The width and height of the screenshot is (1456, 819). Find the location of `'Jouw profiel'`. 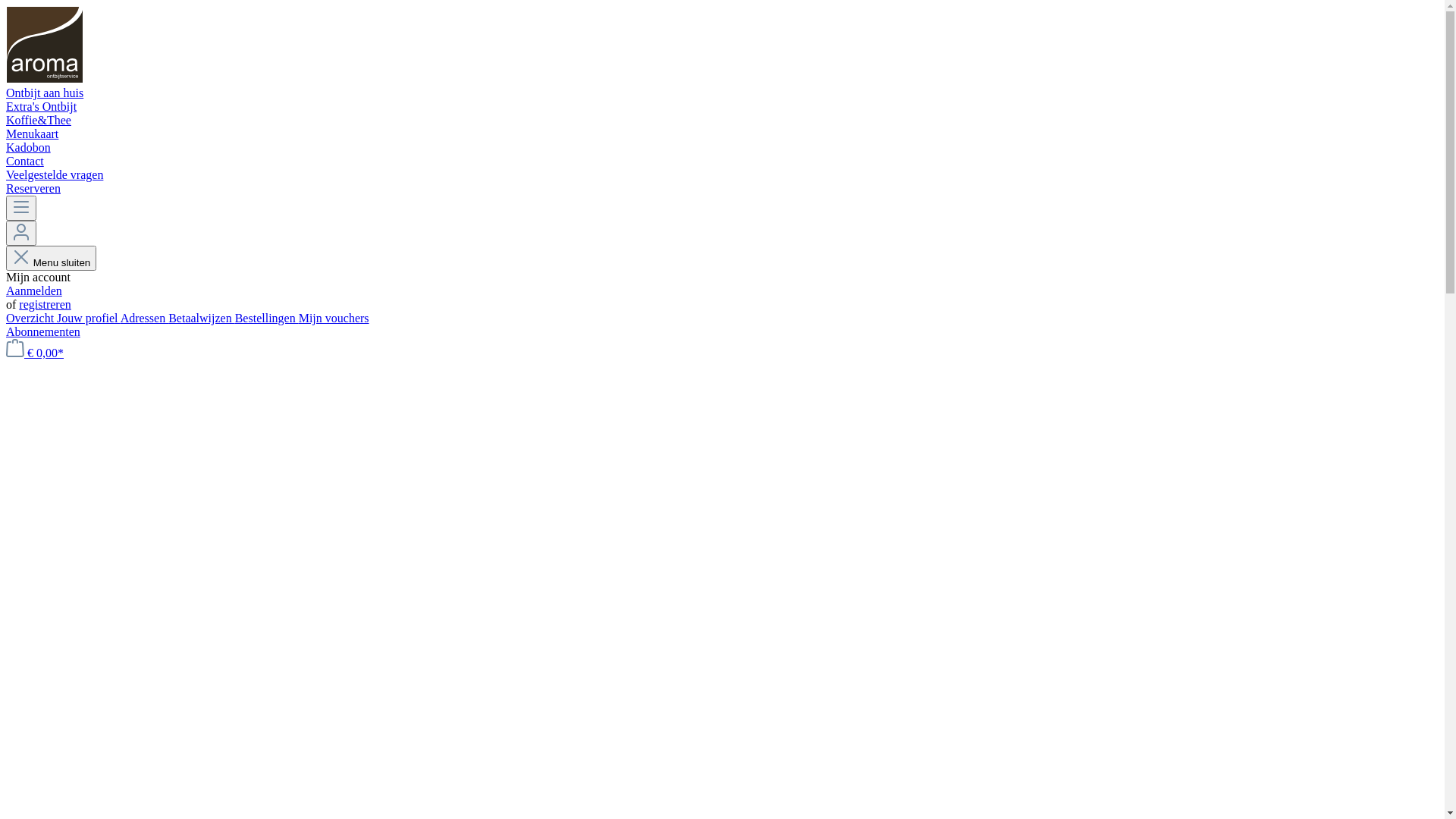

'Jouw profiel' is located at coordinates (87, 317).